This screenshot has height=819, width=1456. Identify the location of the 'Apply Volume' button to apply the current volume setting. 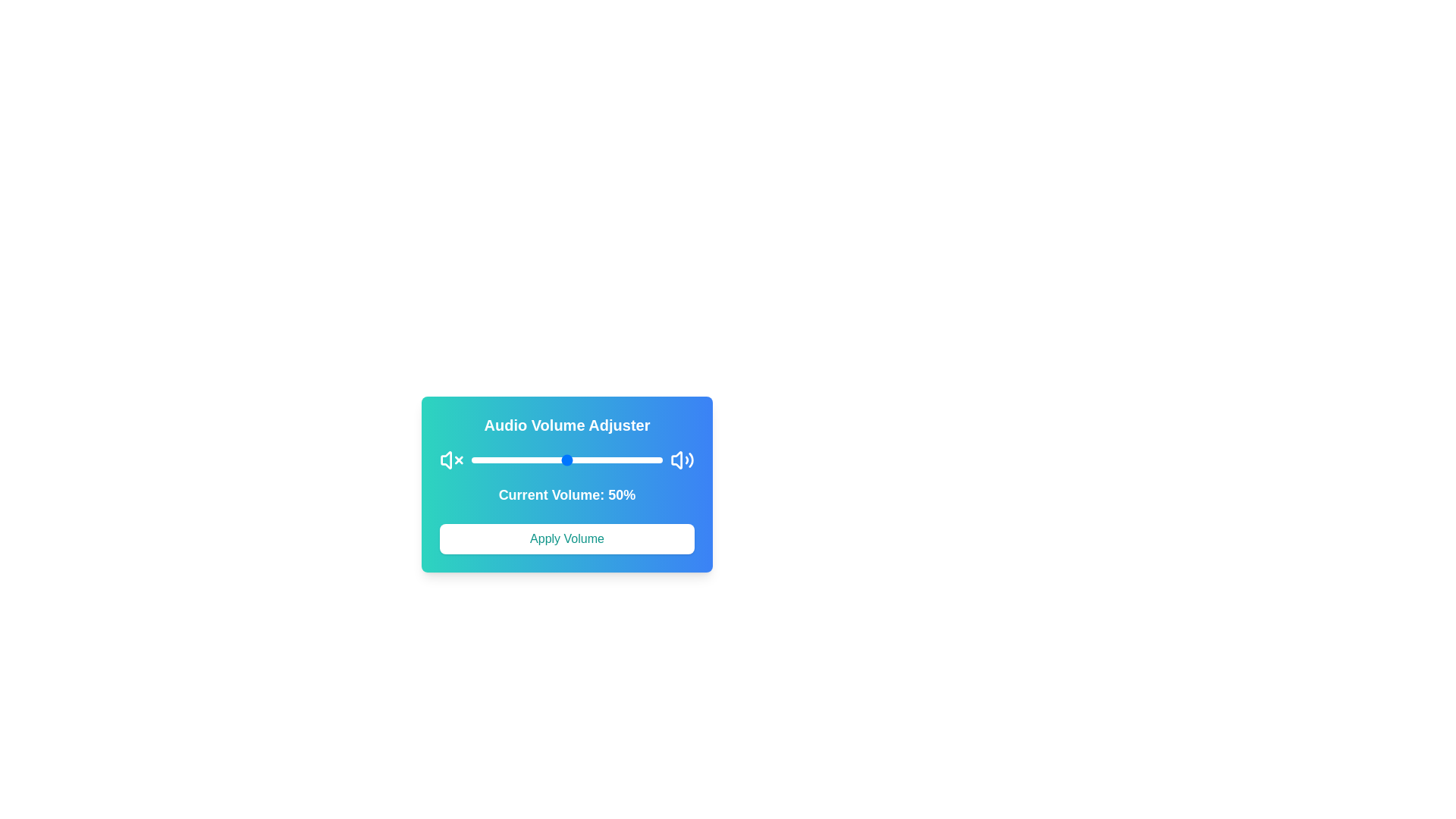
(566, 538).